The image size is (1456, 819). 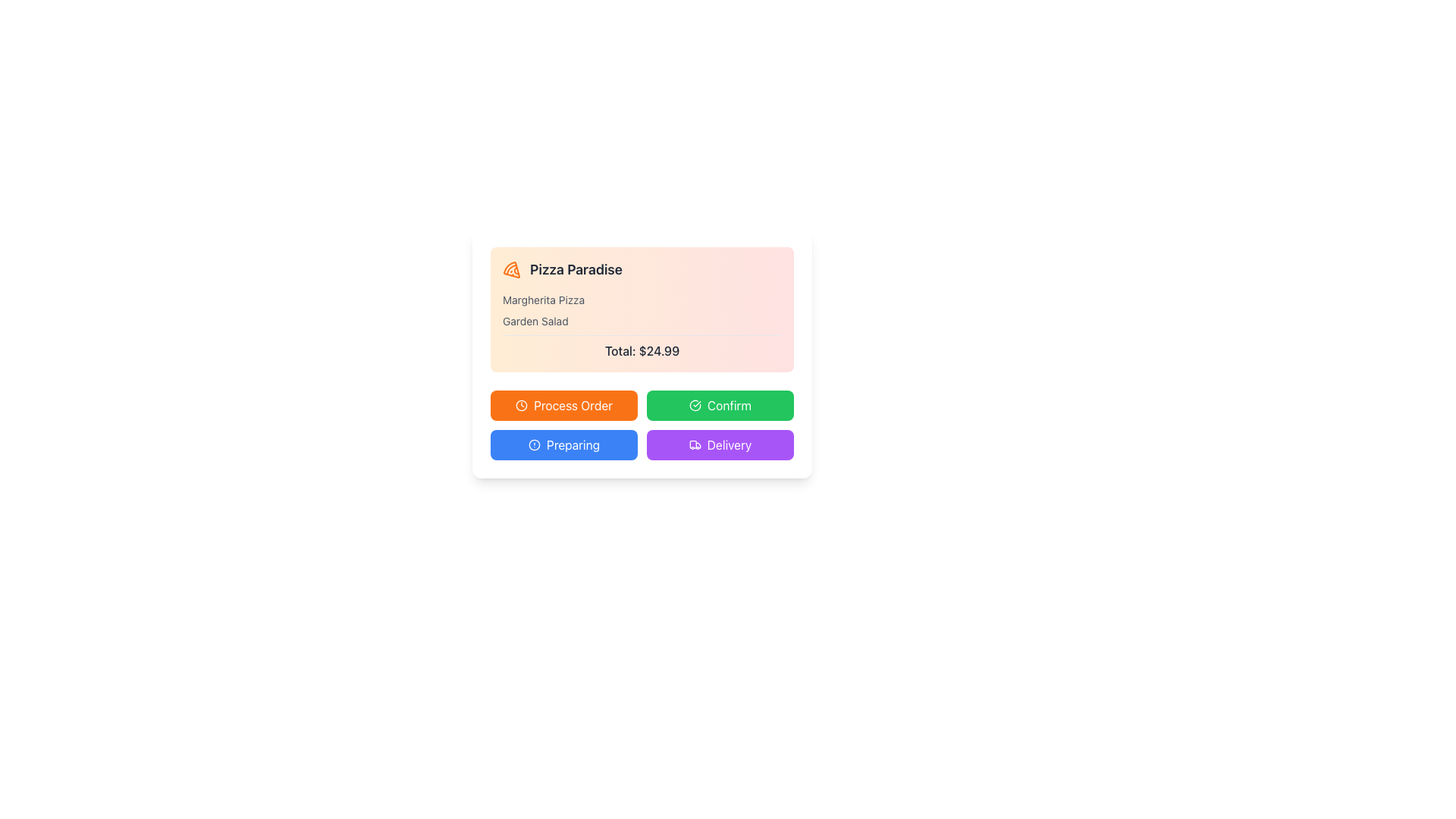 I want to click on the total cost Text Display located at the bottom of the item list, which summarizes the prices of 'Margherita Pizza' and 'Garden Salad.', so click(x=642, y=347).